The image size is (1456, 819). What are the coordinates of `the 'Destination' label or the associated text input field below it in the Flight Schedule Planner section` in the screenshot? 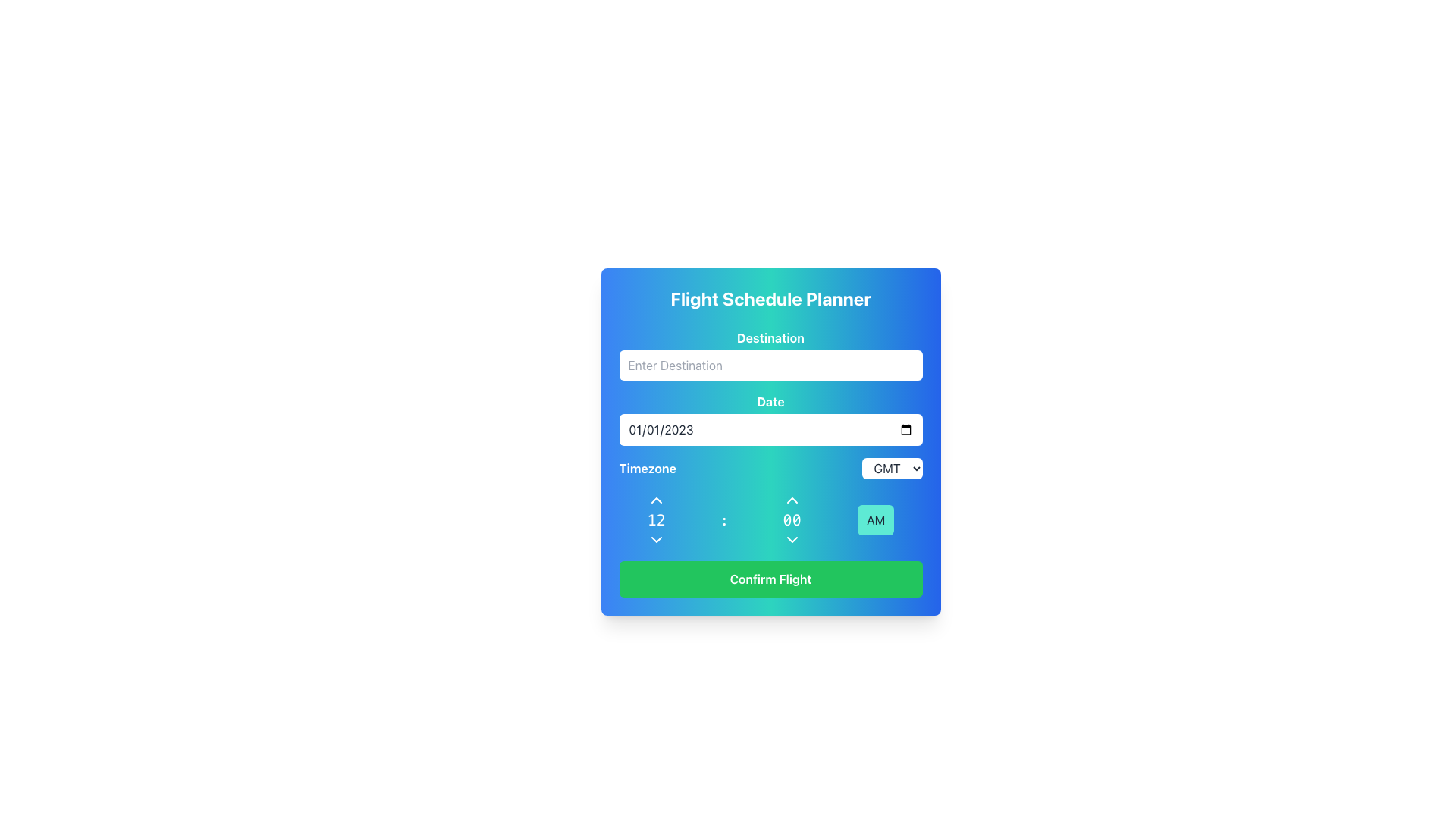 It's located at (770, 354).